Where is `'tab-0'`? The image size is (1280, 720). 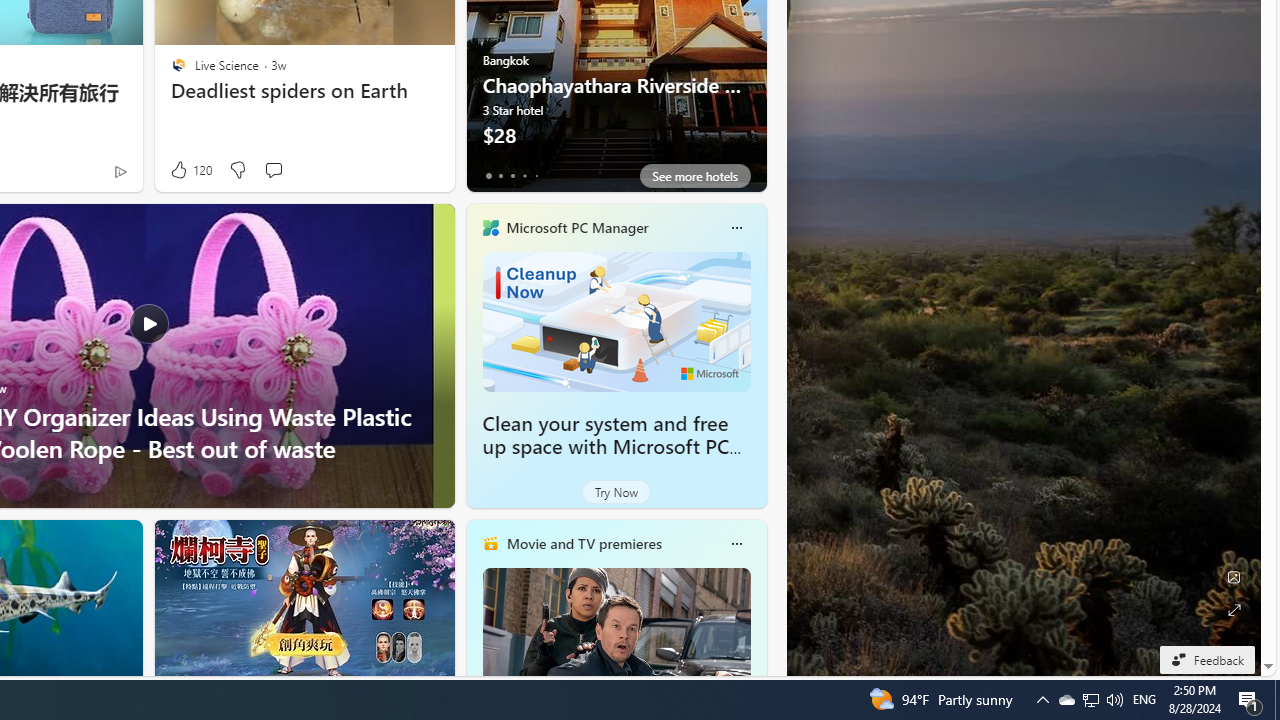
'tab-0' is located at coordinates (488, 175).